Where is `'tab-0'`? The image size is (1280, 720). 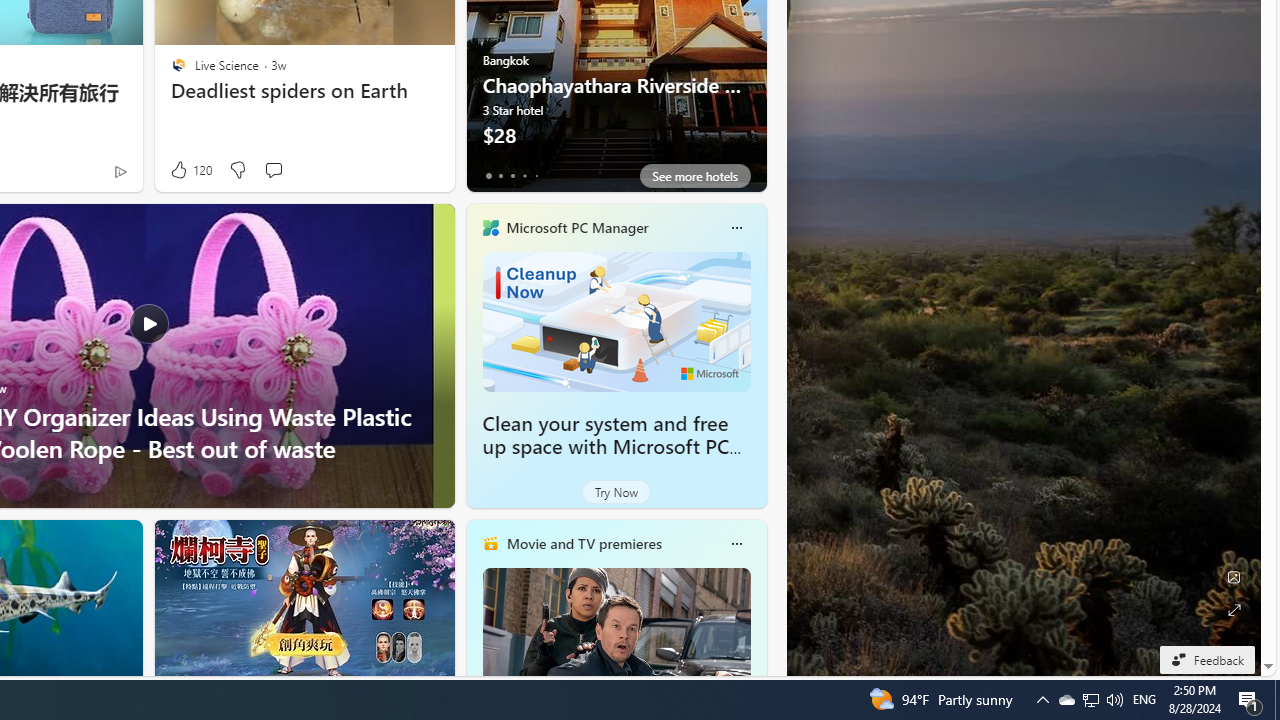
'tab-0' is located at coordinates (488, 175).